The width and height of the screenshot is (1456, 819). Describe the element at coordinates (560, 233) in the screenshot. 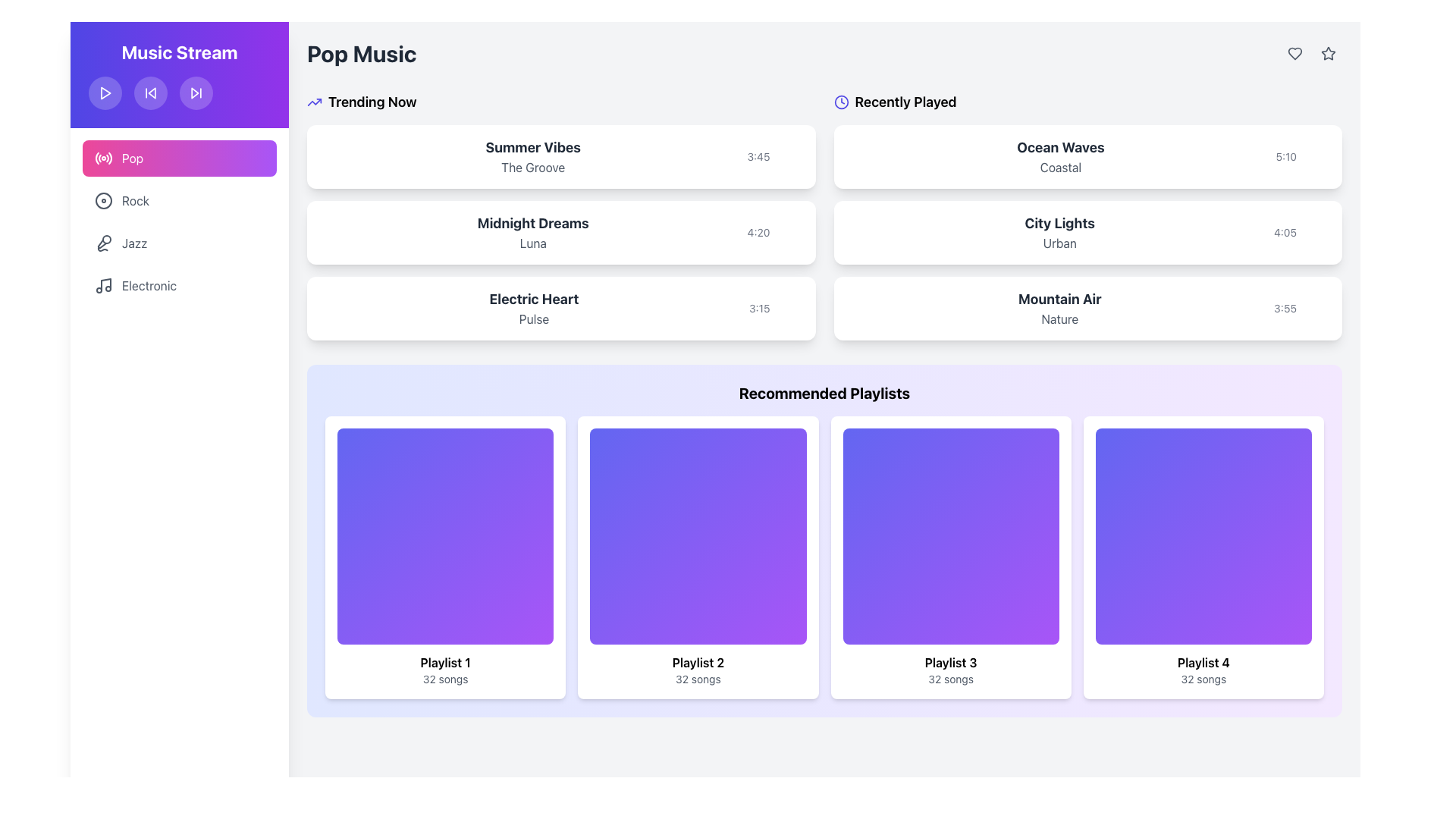

I see `the clickable list item titled 'Midnight Dreams'` at that location.